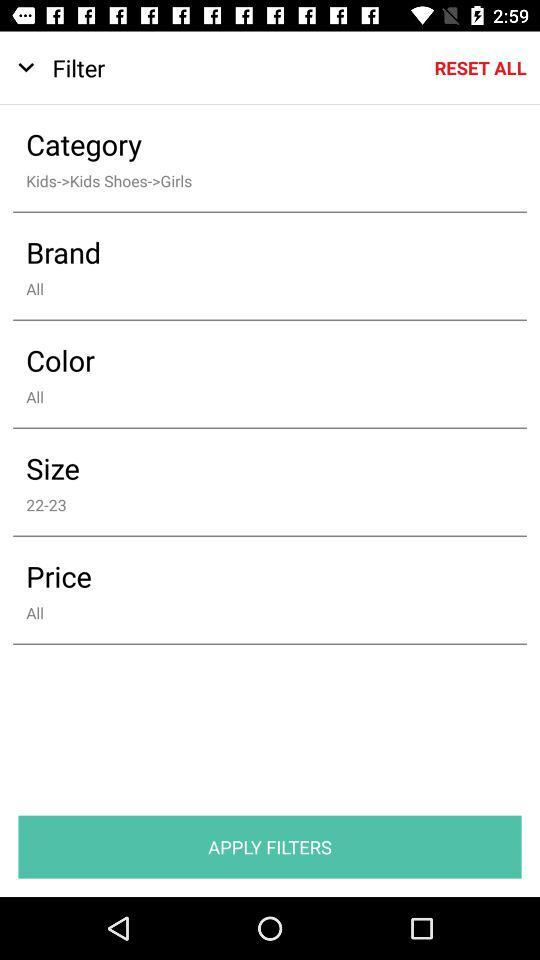 Image resolution: width=540 pixels, height=960 pixels. Describe the element at coordinates (479, 68) in the screenshot. I see `the icon at the top right corner` at that location.